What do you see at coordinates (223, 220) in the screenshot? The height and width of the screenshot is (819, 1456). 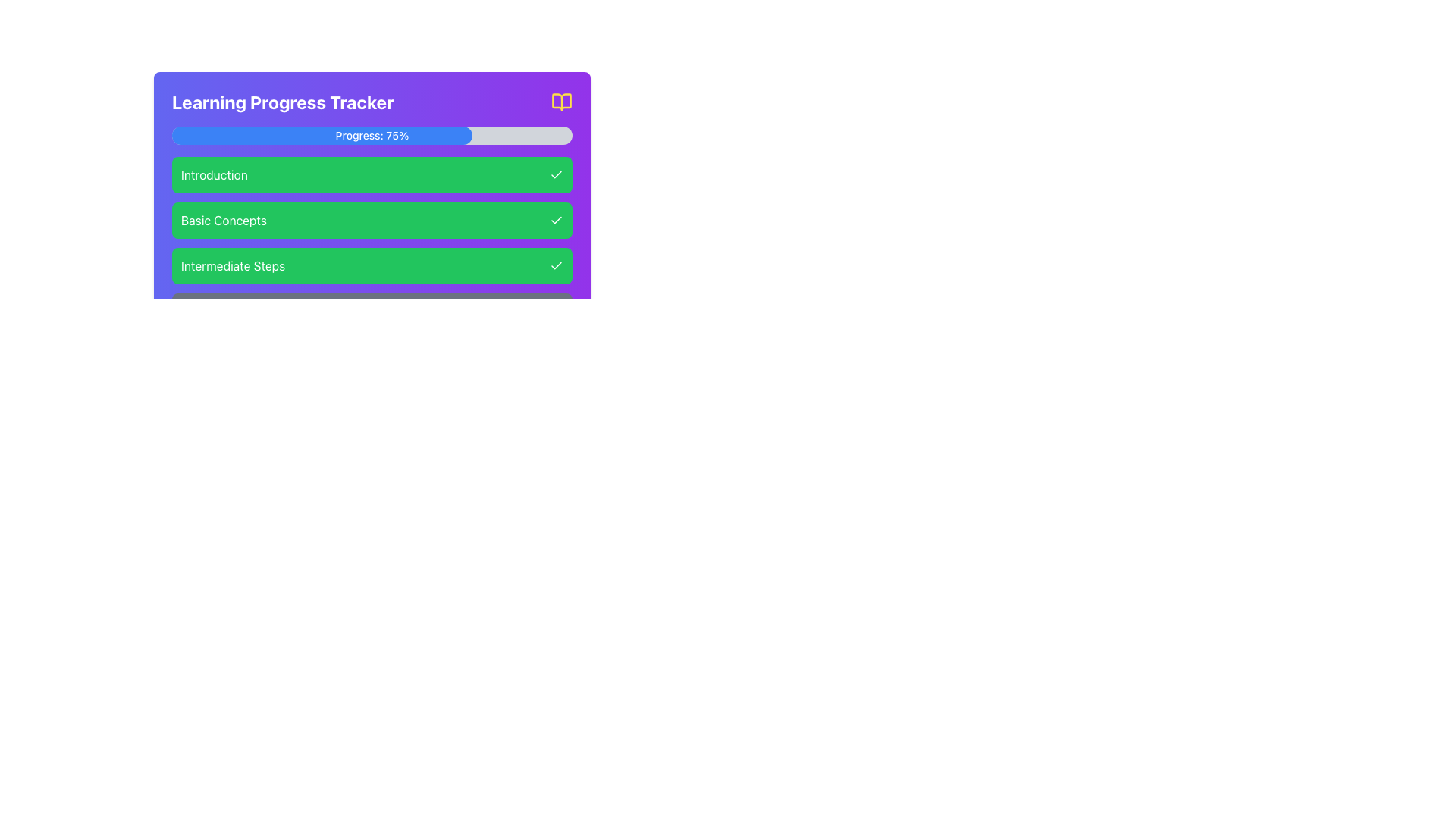 I see `the text label displaying 'Basic Concepts', which is centrally aligned within the second green section of the vertically stacked green list items` at bounding box center [223, 220].